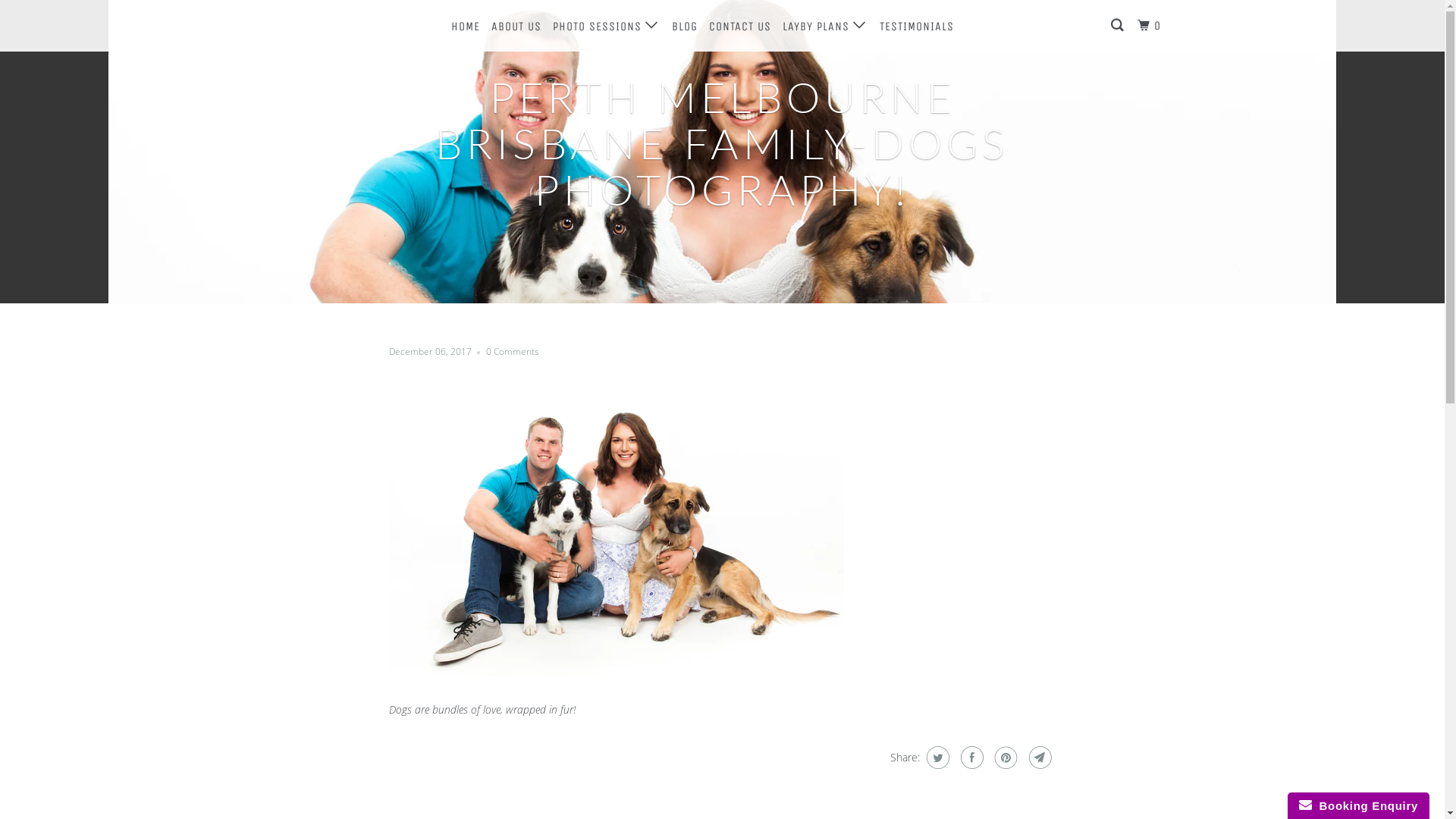 The image size is (1456, 819). Describe the element at coordinates (739, 26) in the screenshot. I see `'CONTACT US'` at that location.